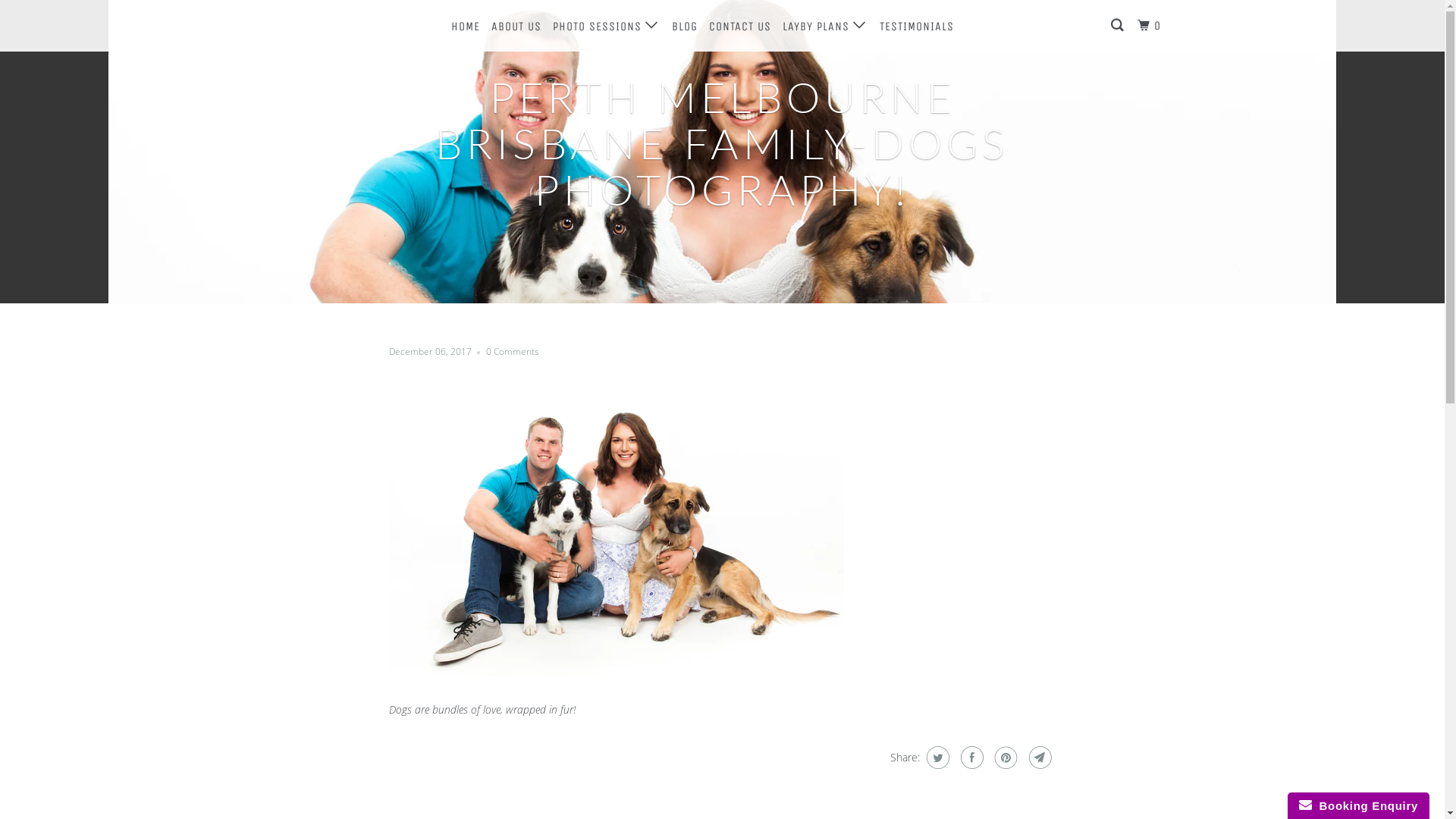 The image size is (1456, 819). Describe the element at coordinates (739, 26) in the screenshot. I see `'CONTACT US'` at that location.